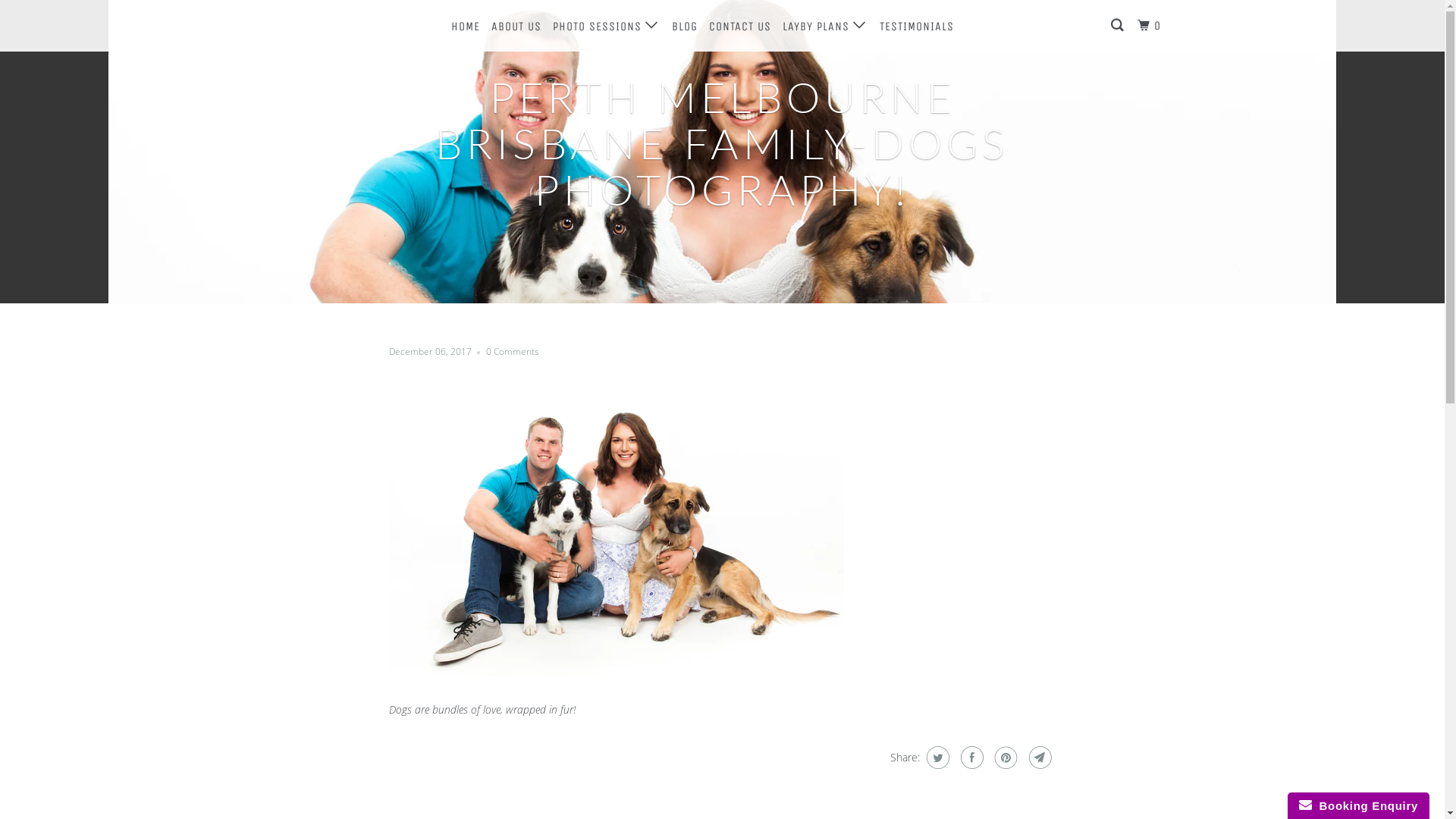 The image size is (1456, 819). Describe the element at coordinates (739, 26) in the screenshot. I see `'CONTACT US'` at that location.